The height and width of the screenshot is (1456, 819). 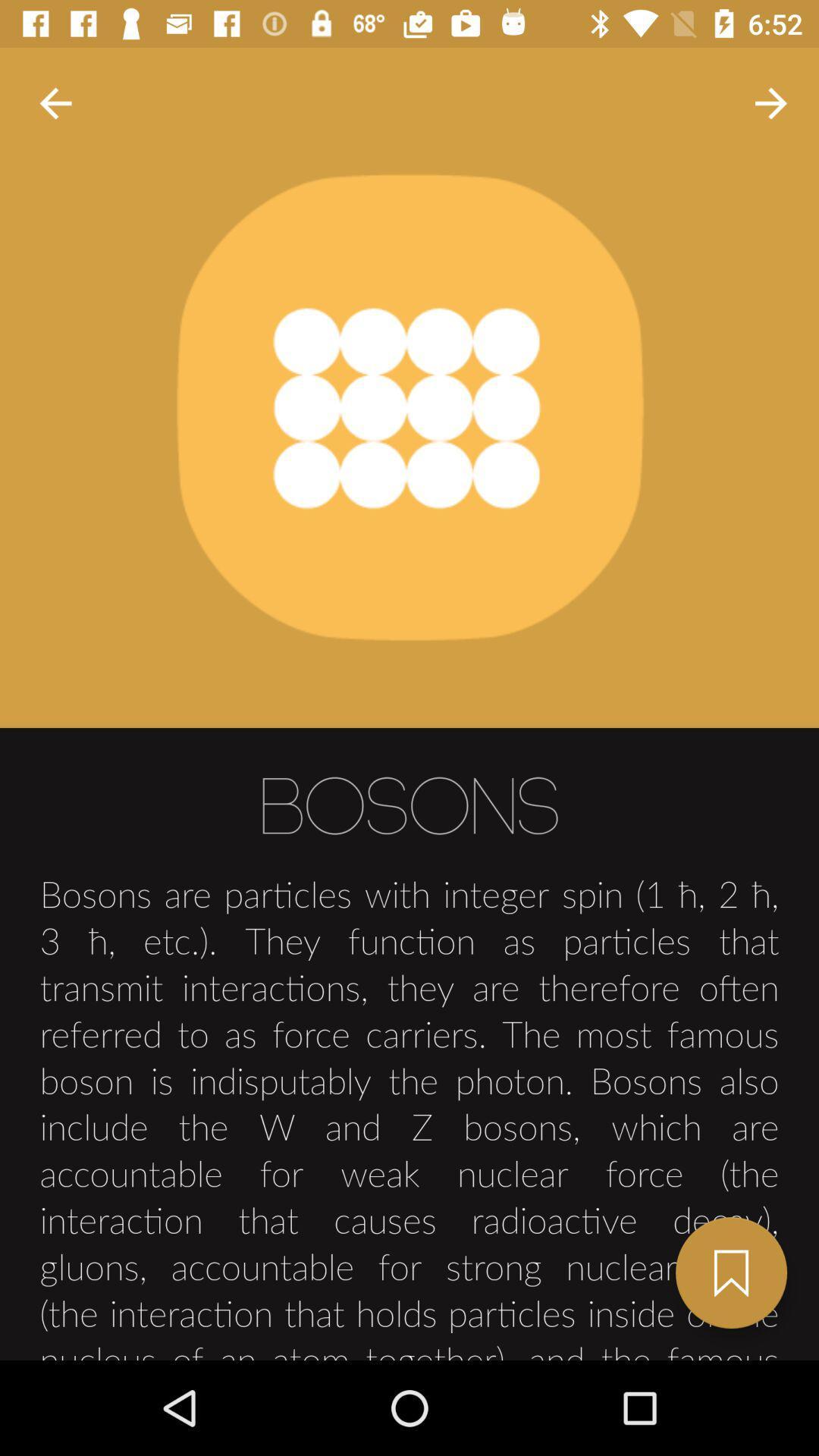 I want to click on bookmark this page, so click(x=730, y=1272).